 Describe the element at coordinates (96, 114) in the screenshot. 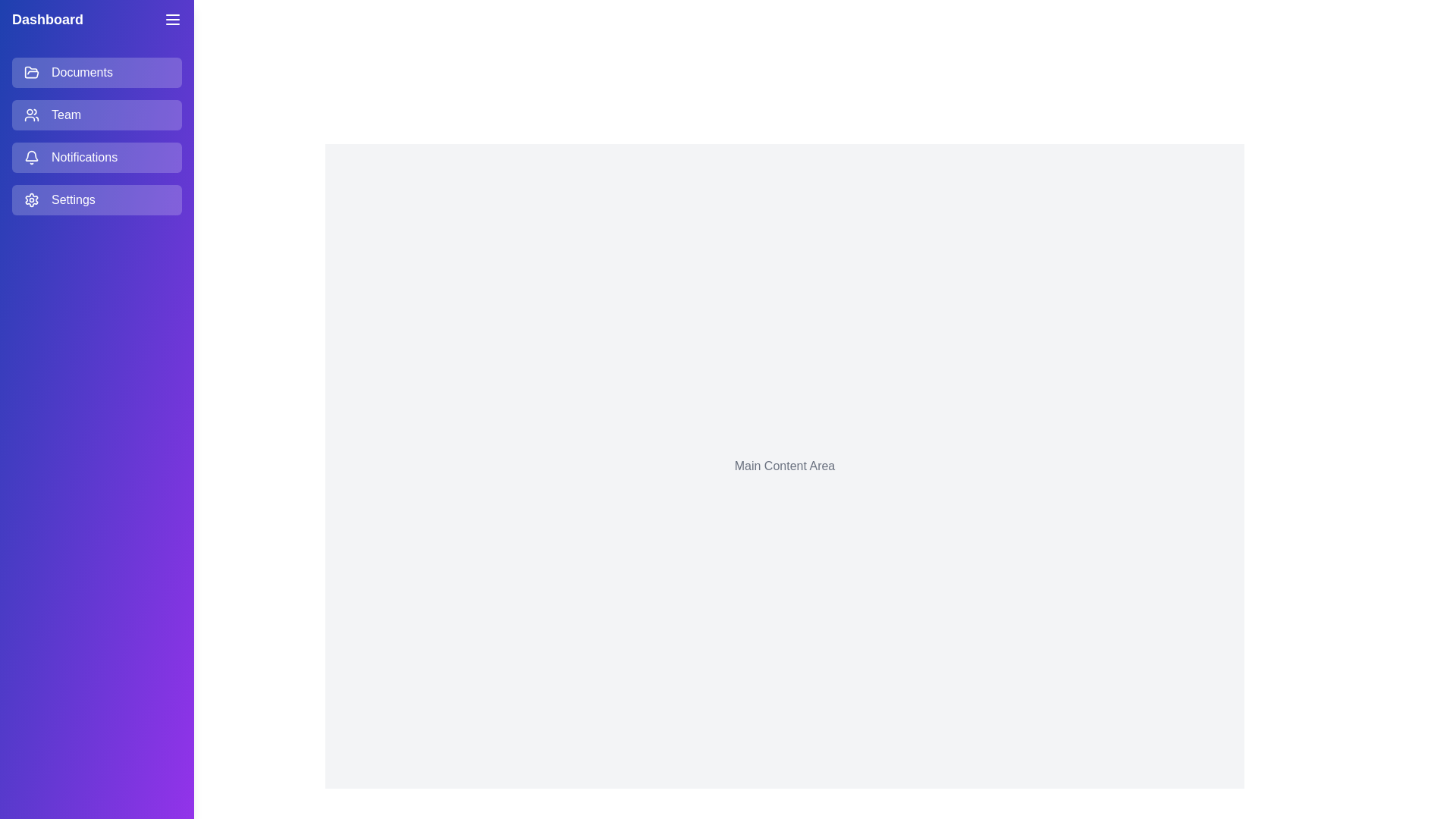

I see `the menu item Team to observe hover effects` at that location.